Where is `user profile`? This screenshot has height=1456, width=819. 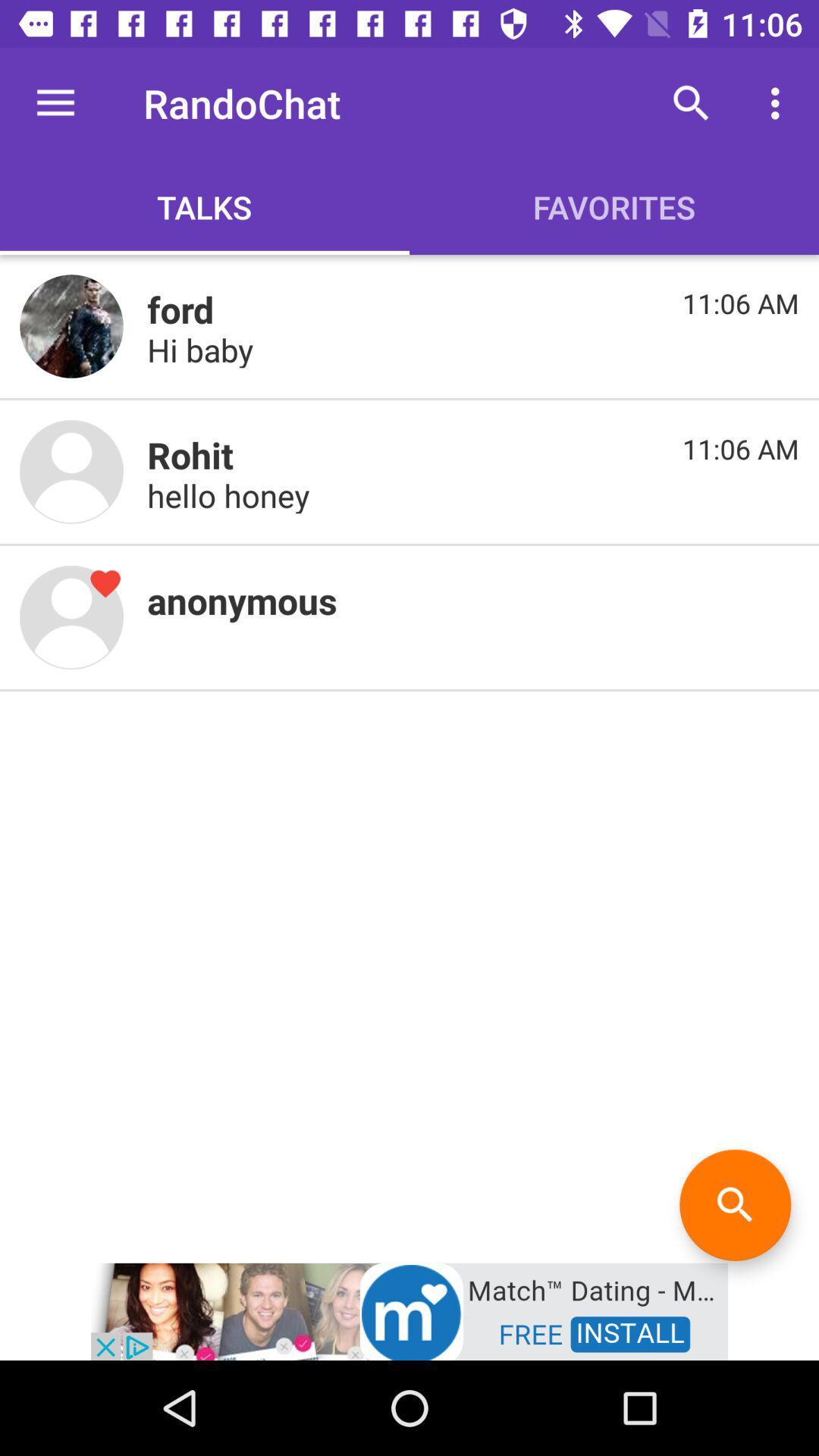 user profile is located at coordinates (71, 617).